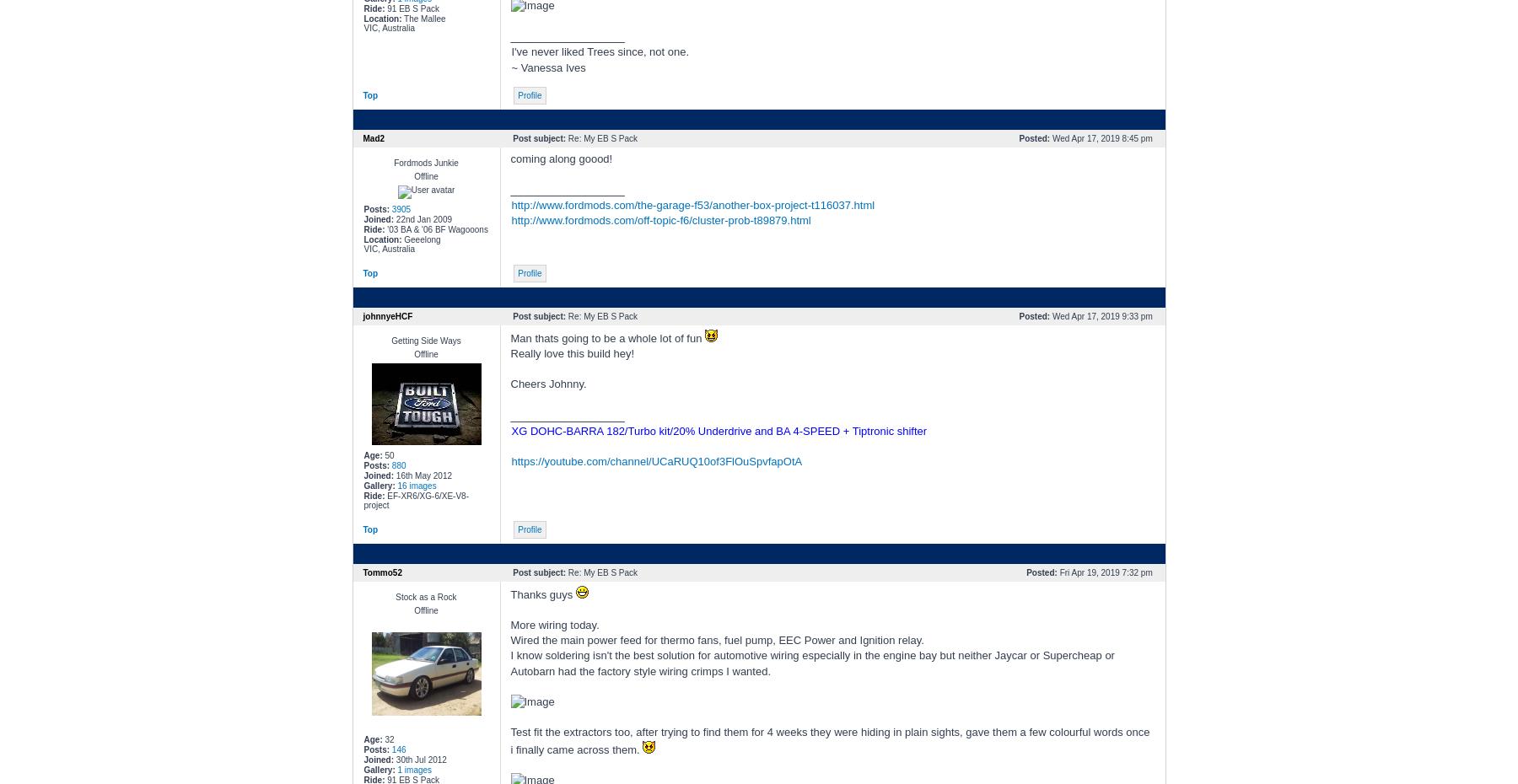  Describe the element at coordinates (422, 218) in the screenshot. I see `'22nd Jan 2009'` at that location.